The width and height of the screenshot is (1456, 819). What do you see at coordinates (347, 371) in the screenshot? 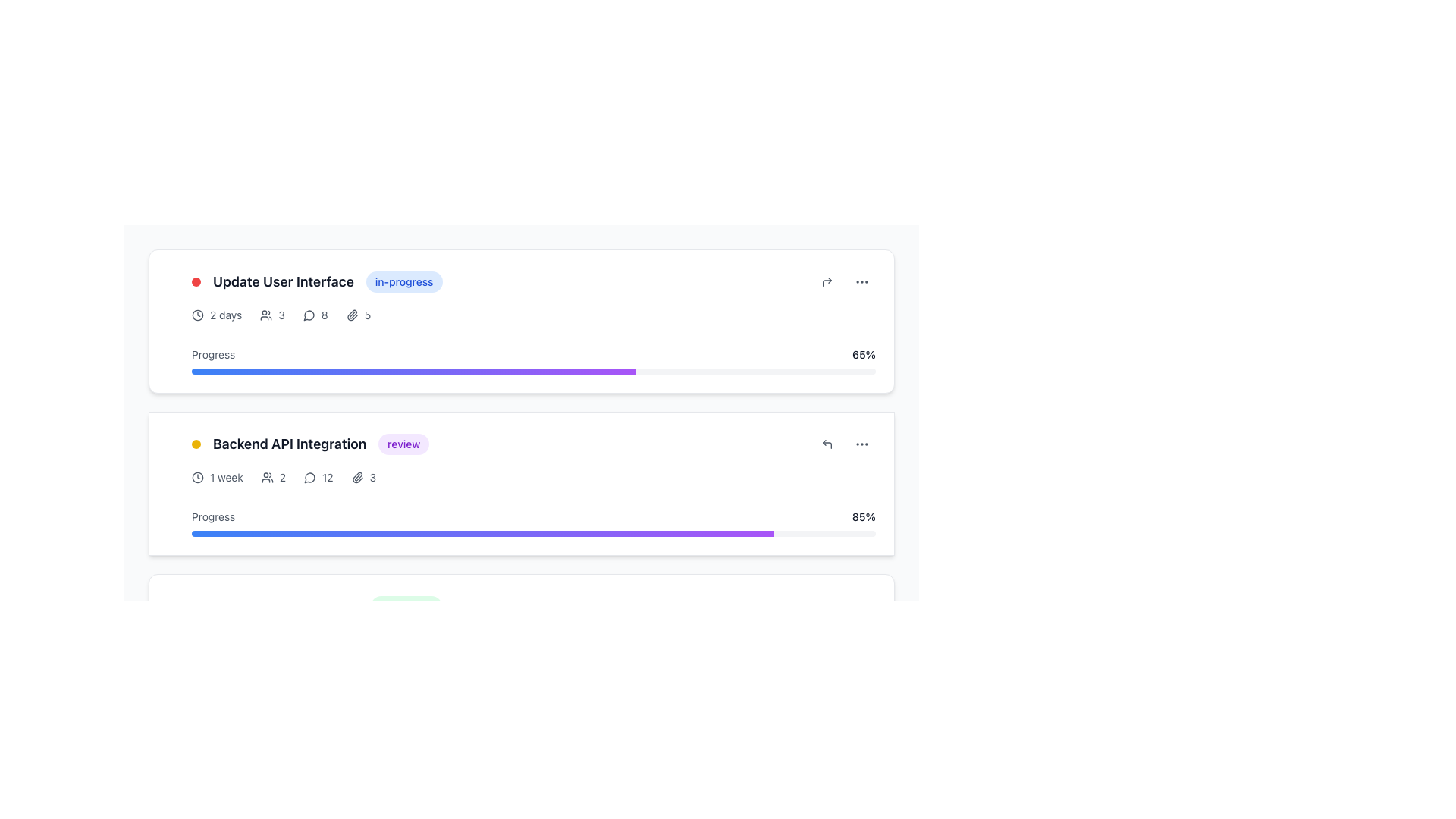
I see `progress` at bounding box center [347, 371].